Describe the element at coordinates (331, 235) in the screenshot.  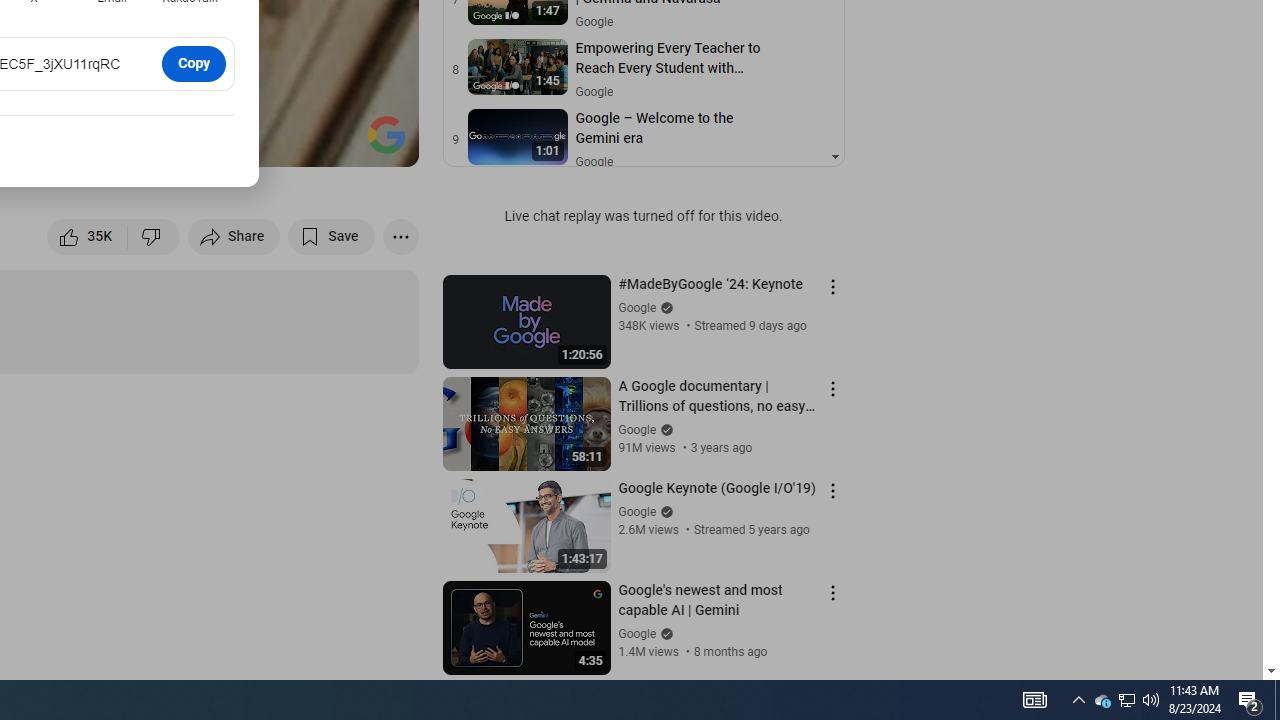
I see `'Save to playlist'` at that location.